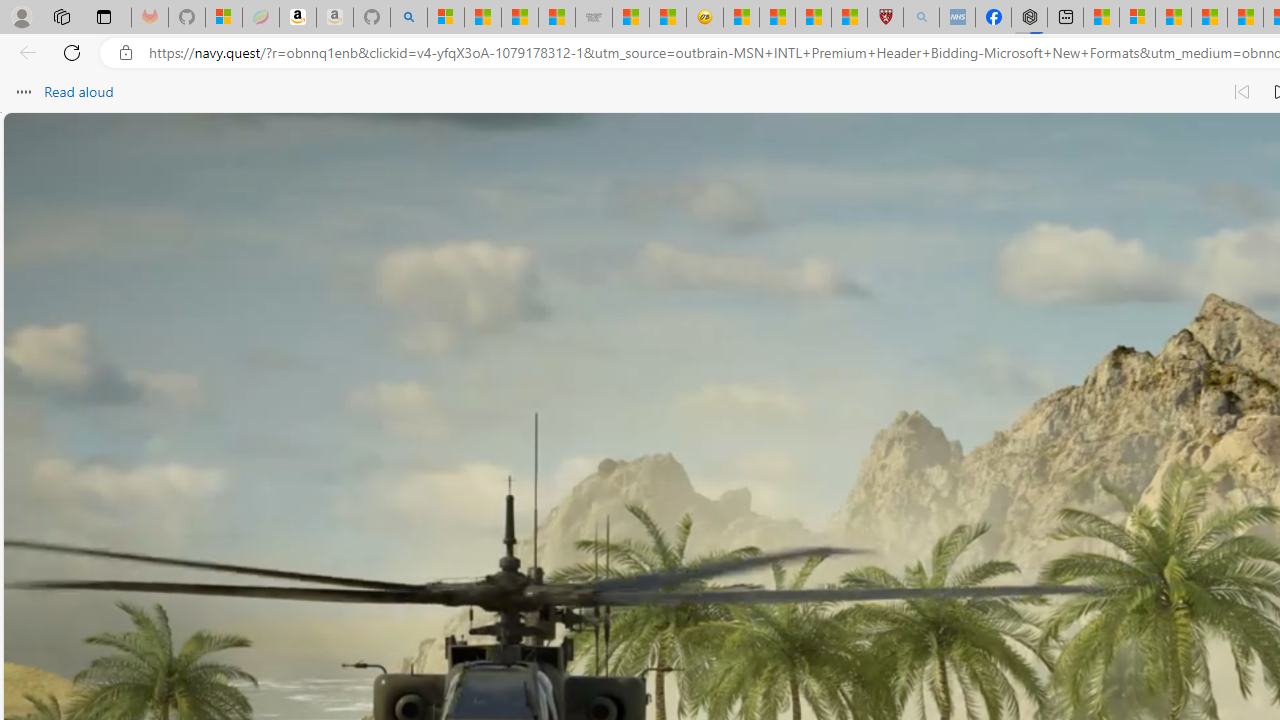 The height and width of the screenshot is (720, 1280). I want to click on '12 Popular Science Lies that Must be Corrected', so click(849, 17).